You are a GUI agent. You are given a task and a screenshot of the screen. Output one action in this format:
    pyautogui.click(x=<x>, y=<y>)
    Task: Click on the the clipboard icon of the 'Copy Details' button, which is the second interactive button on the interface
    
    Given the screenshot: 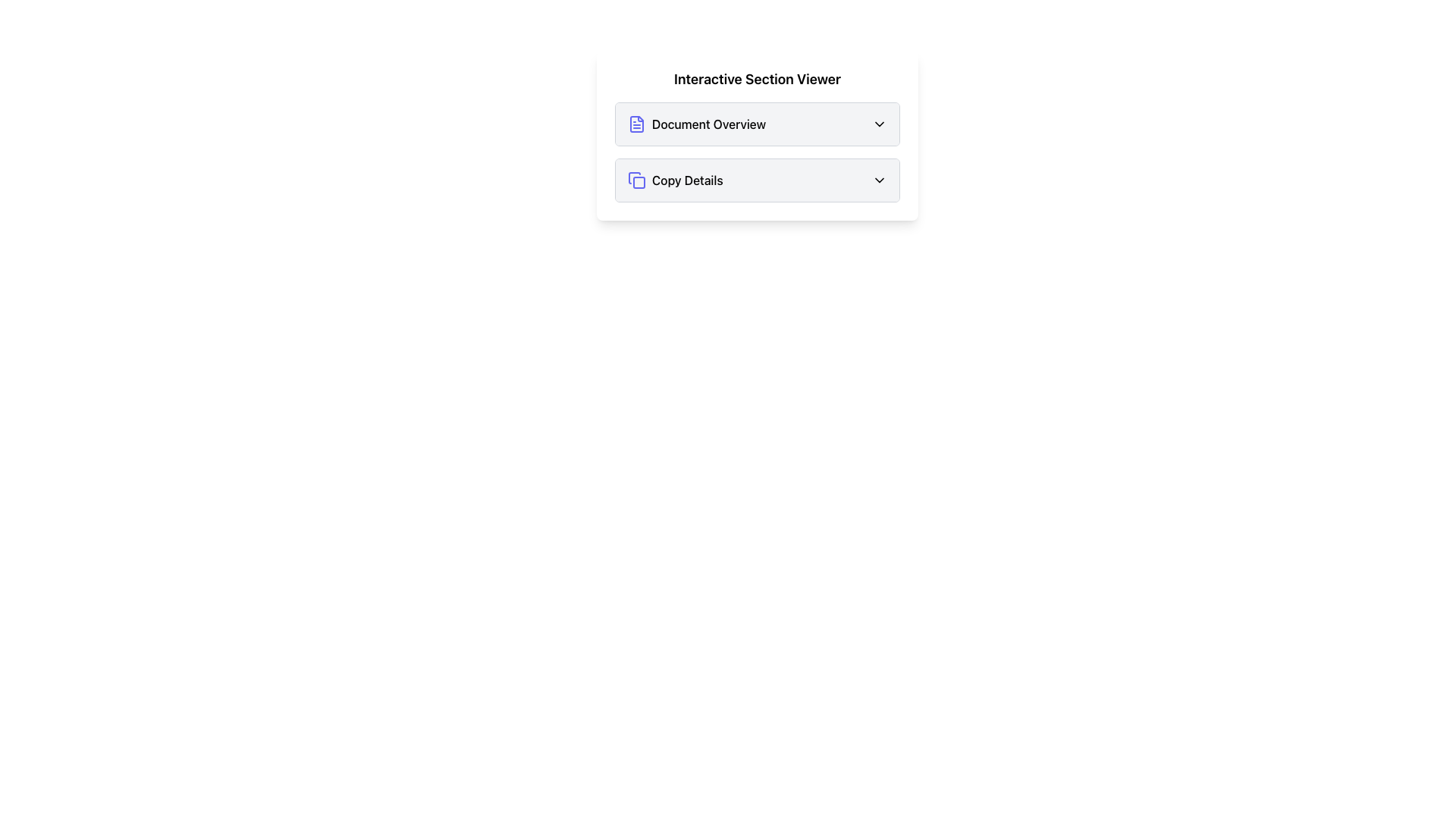 What is the action you would take?
    pyautogui.click(x=639, y=181)
    